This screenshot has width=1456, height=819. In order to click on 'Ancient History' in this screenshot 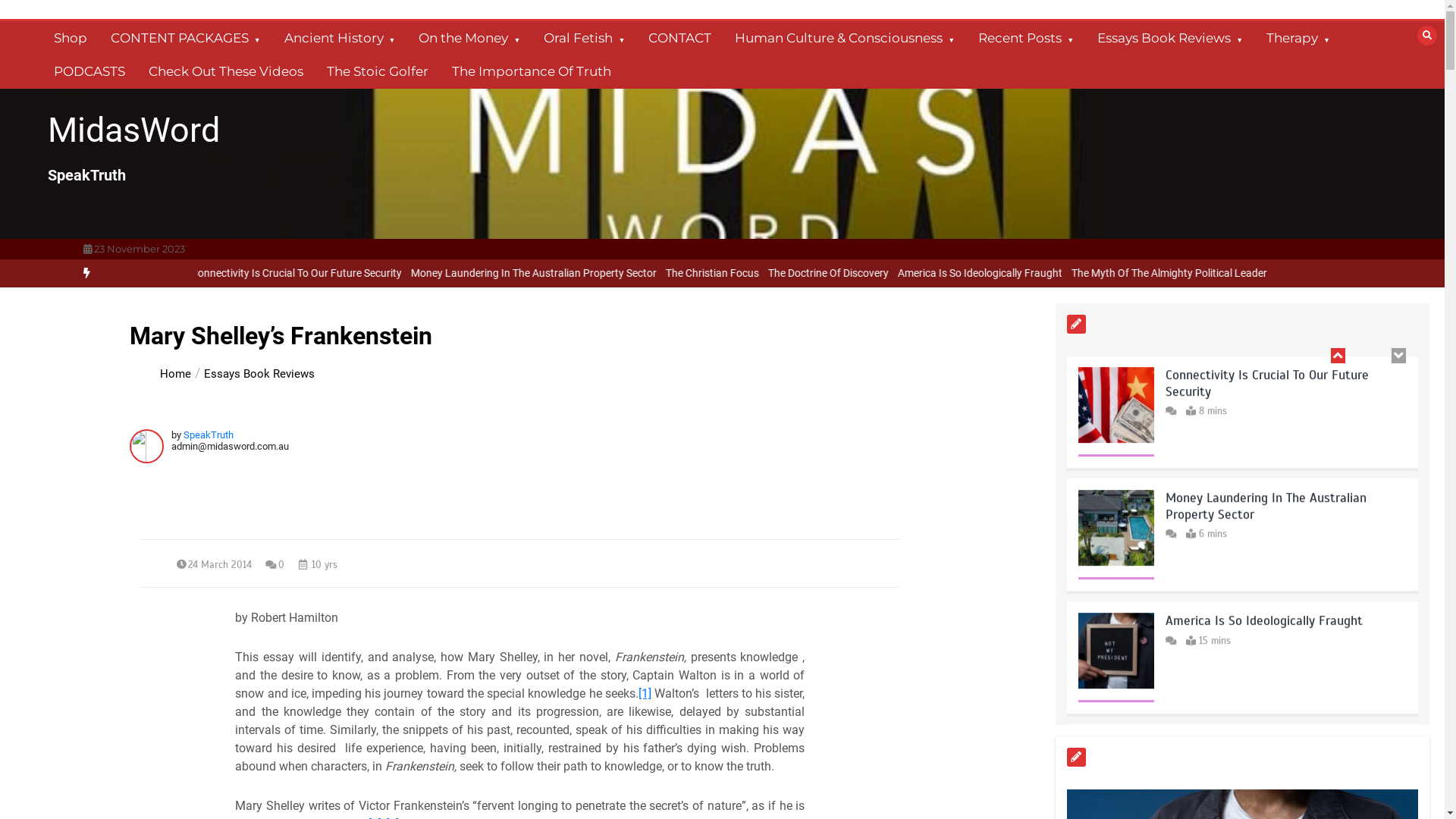, I will do `click(339, 37)`.